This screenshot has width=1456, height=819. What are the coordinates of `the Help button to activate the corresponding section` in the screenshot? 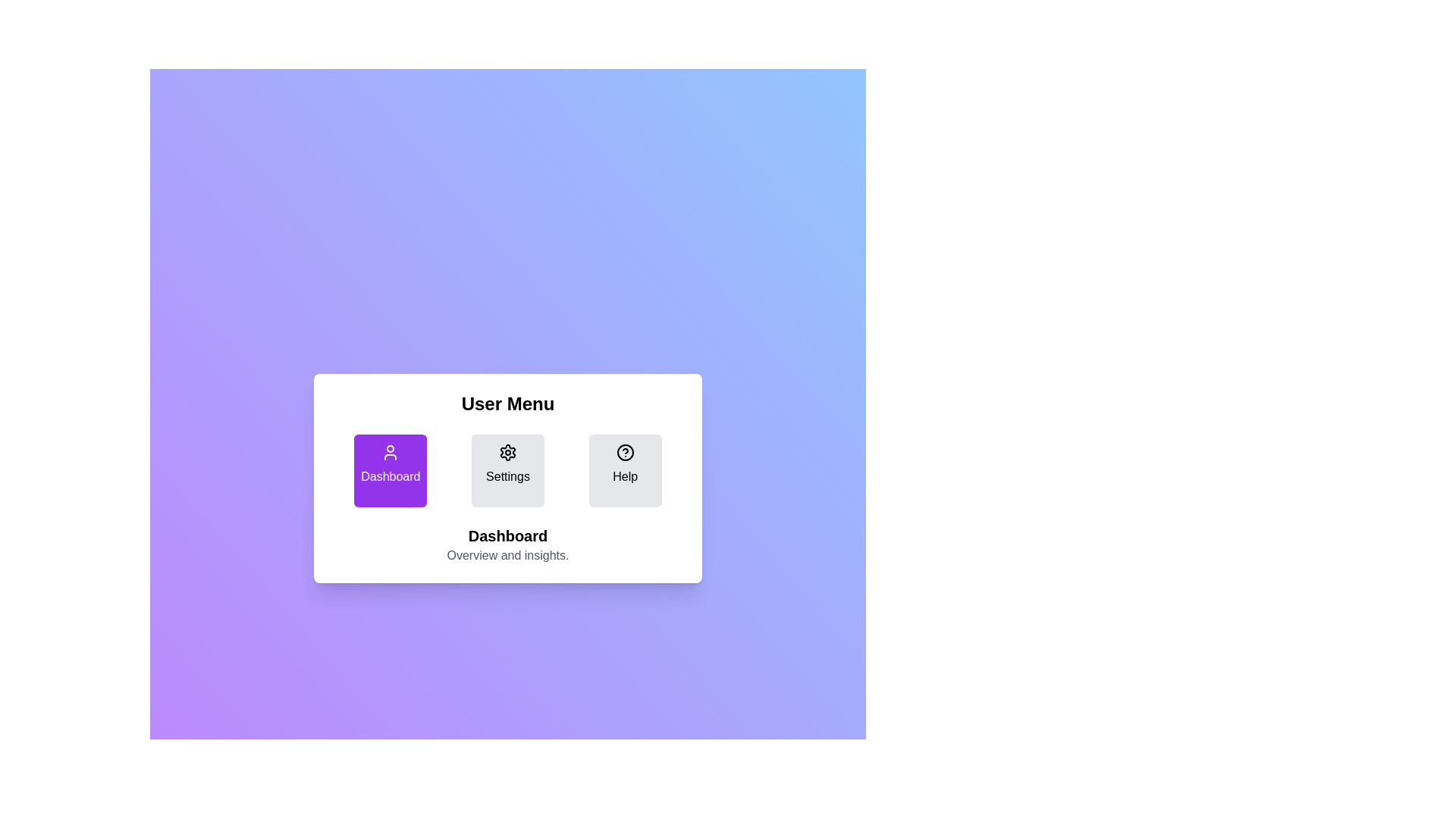 It's located at (625, 470).